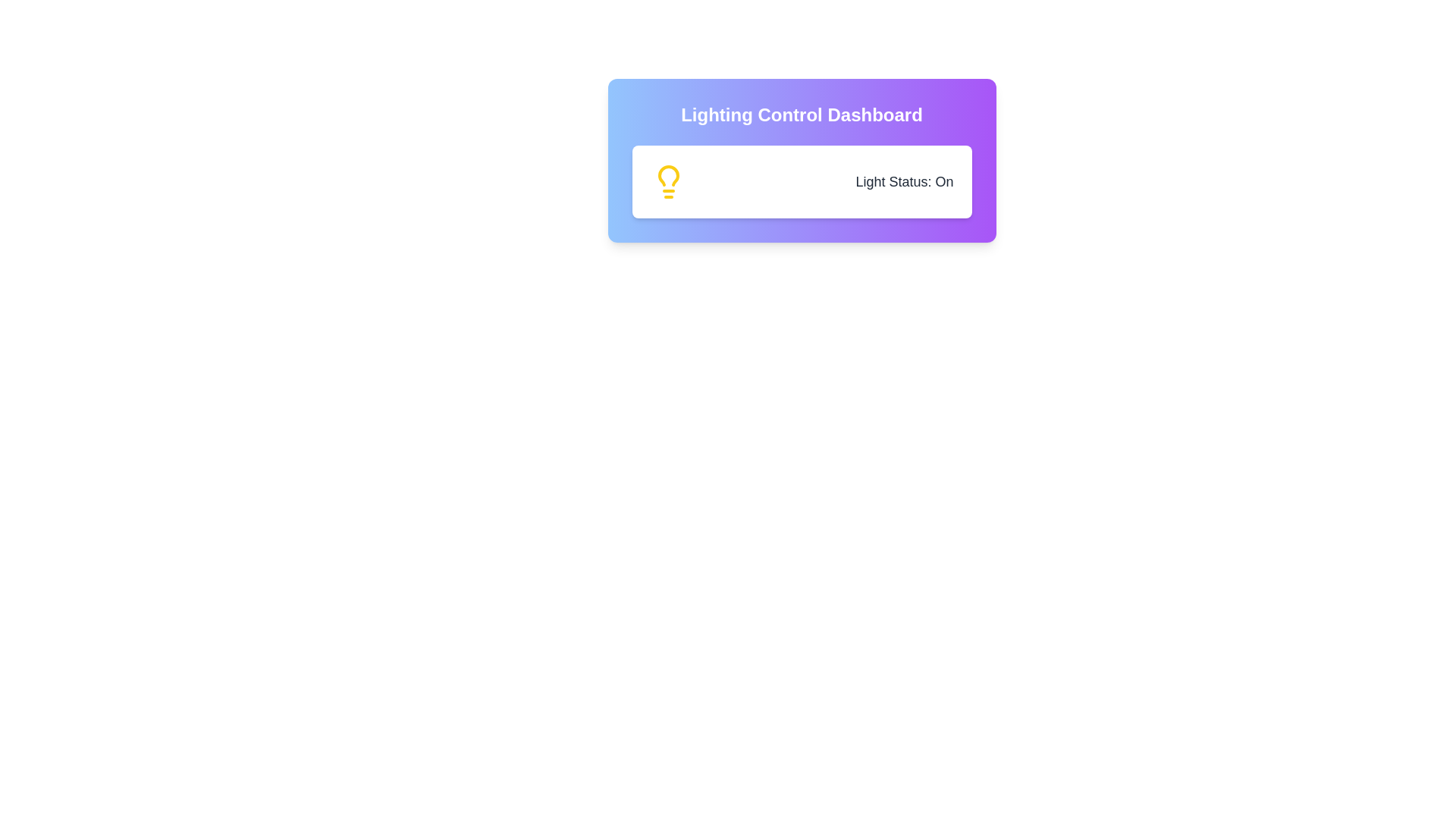 This screenshot has height=819, width=1456. Describe the element at coordinates (667, 180) in the screenshot. I see `the lightbulb icon to toggle the light status` at that location.